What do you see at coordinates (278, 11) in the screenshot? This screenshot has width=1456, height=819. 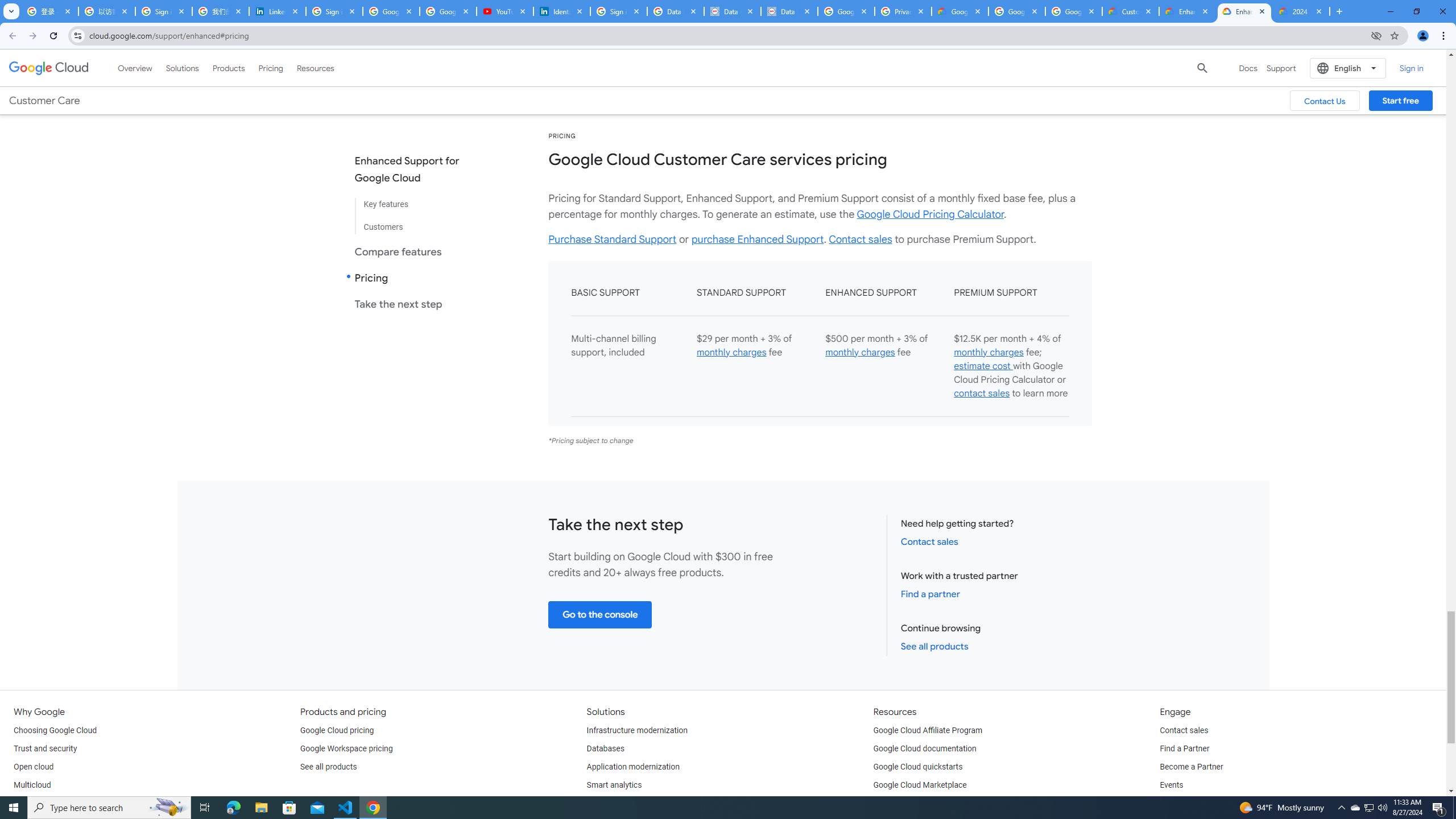 I see `'LinkedIn Privacy Policy'` at bounding box center [278, 11].